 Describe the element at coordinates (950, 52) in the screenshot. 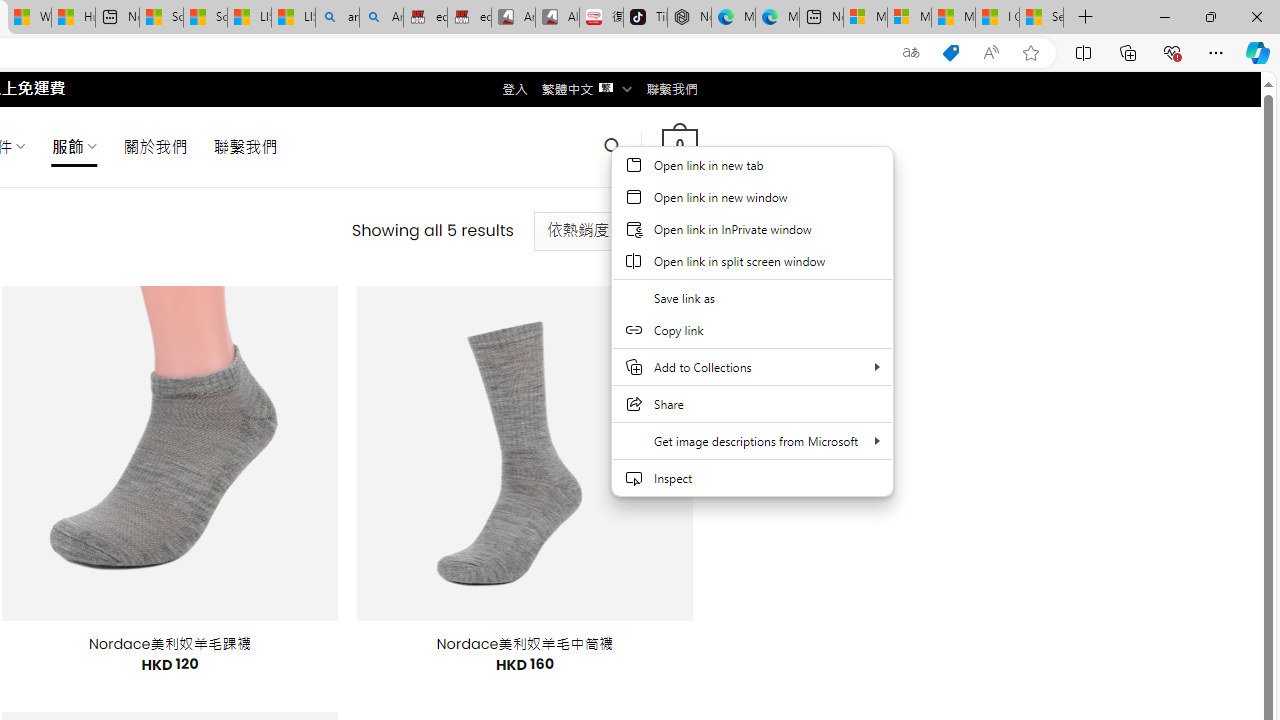

I see `'This site has coupons! Shopping in Microsoft Edge'` at that location.